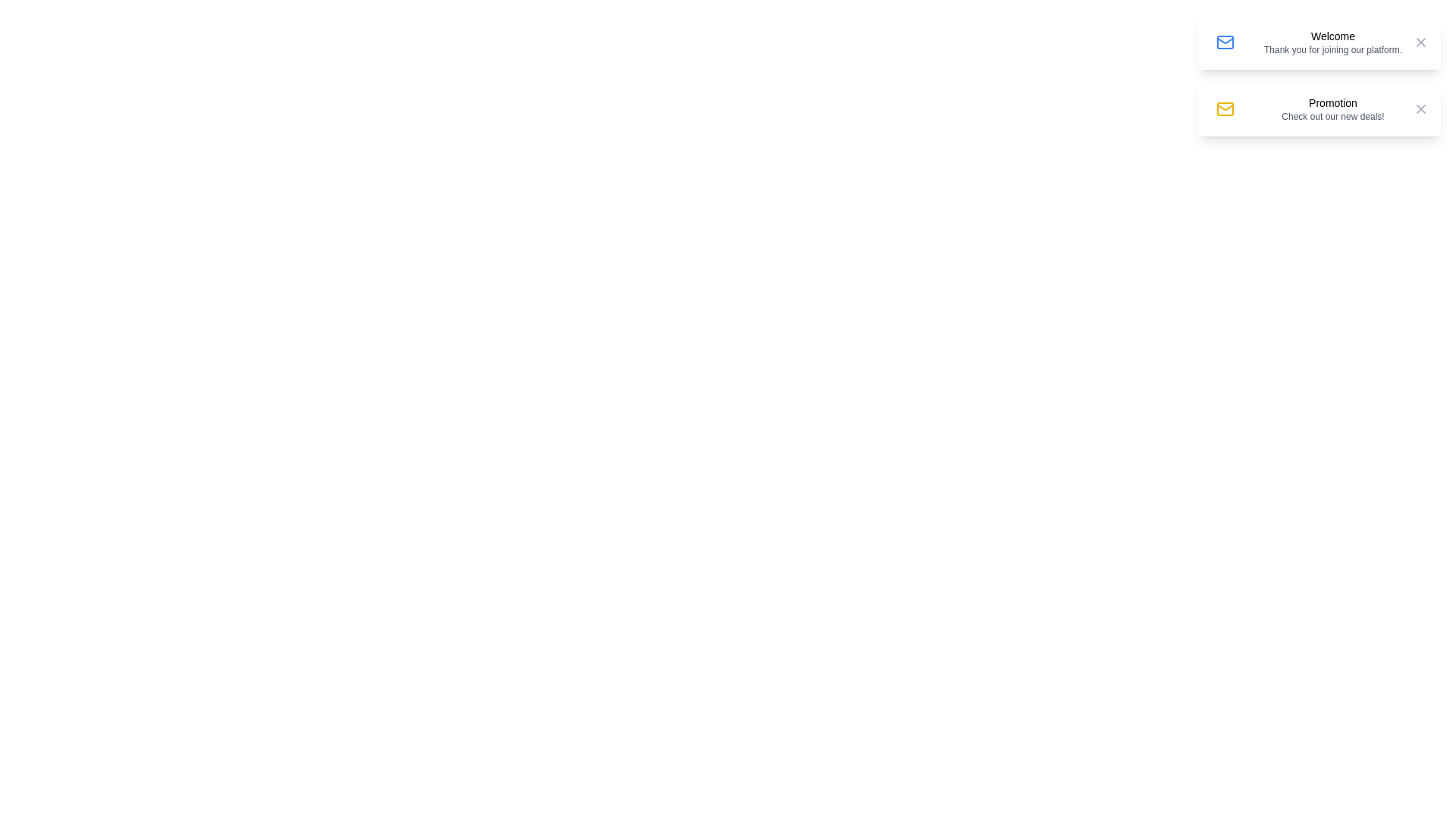  I want to click on the title text label located in the top-right section of the interface, which serves as the header for the message card, positioned above the secondary text line, so click(1332, 35).